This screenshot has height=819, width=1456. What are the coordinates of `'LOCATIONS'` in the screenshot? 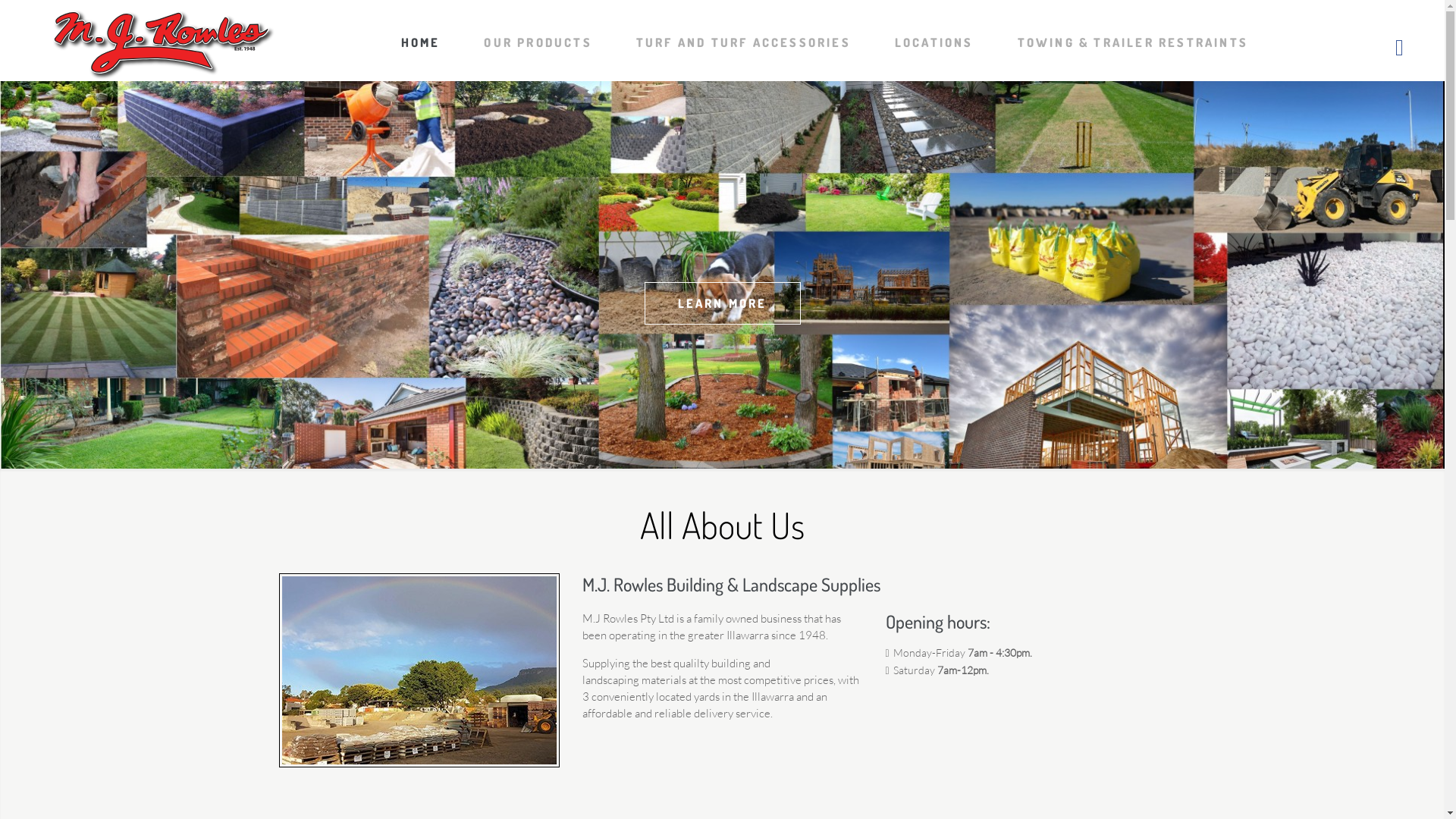 It's located at (934, 39).